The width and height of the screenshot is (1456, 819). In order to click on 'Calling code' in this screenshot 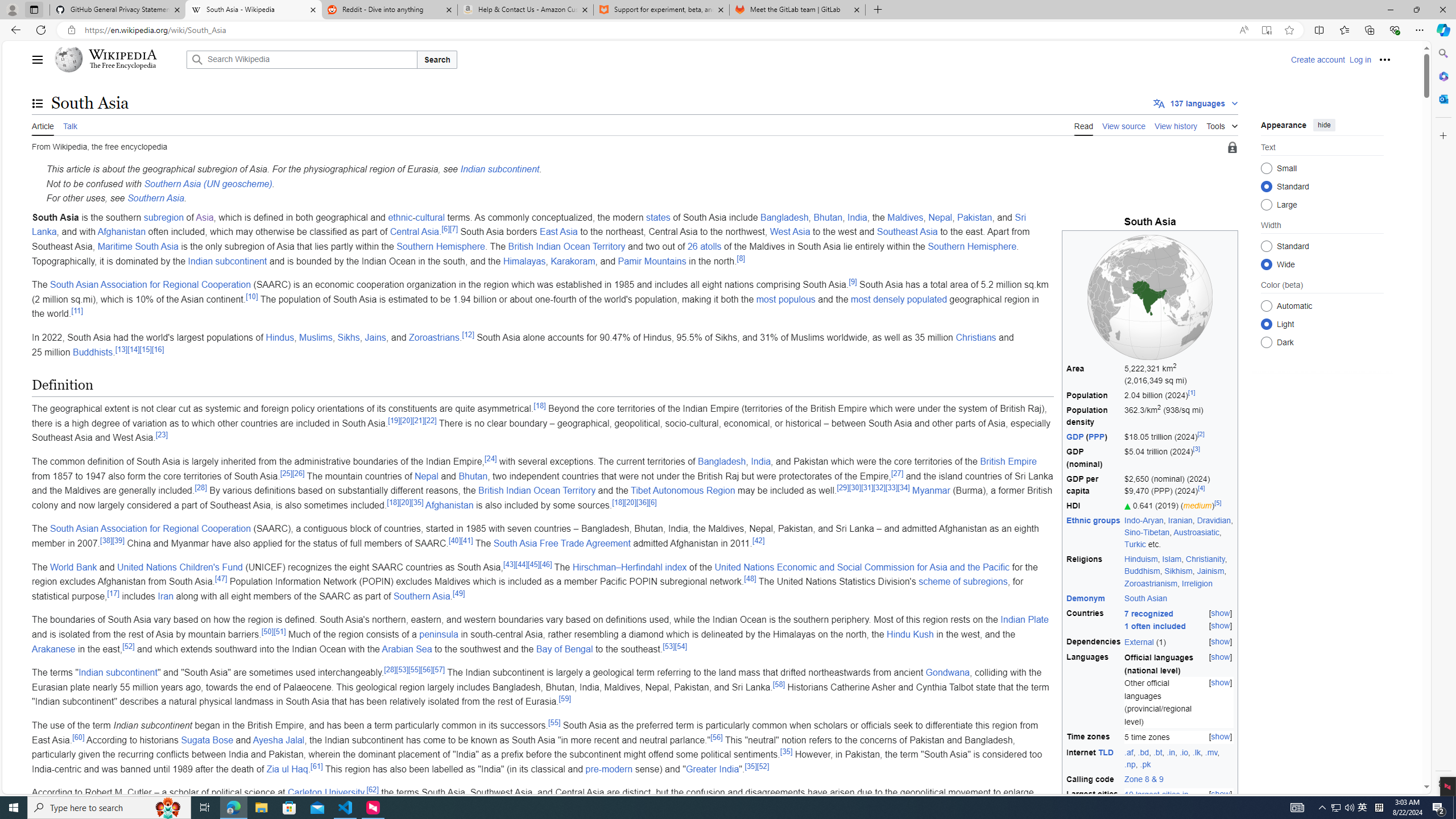, I will do `click(1094, 779)`.